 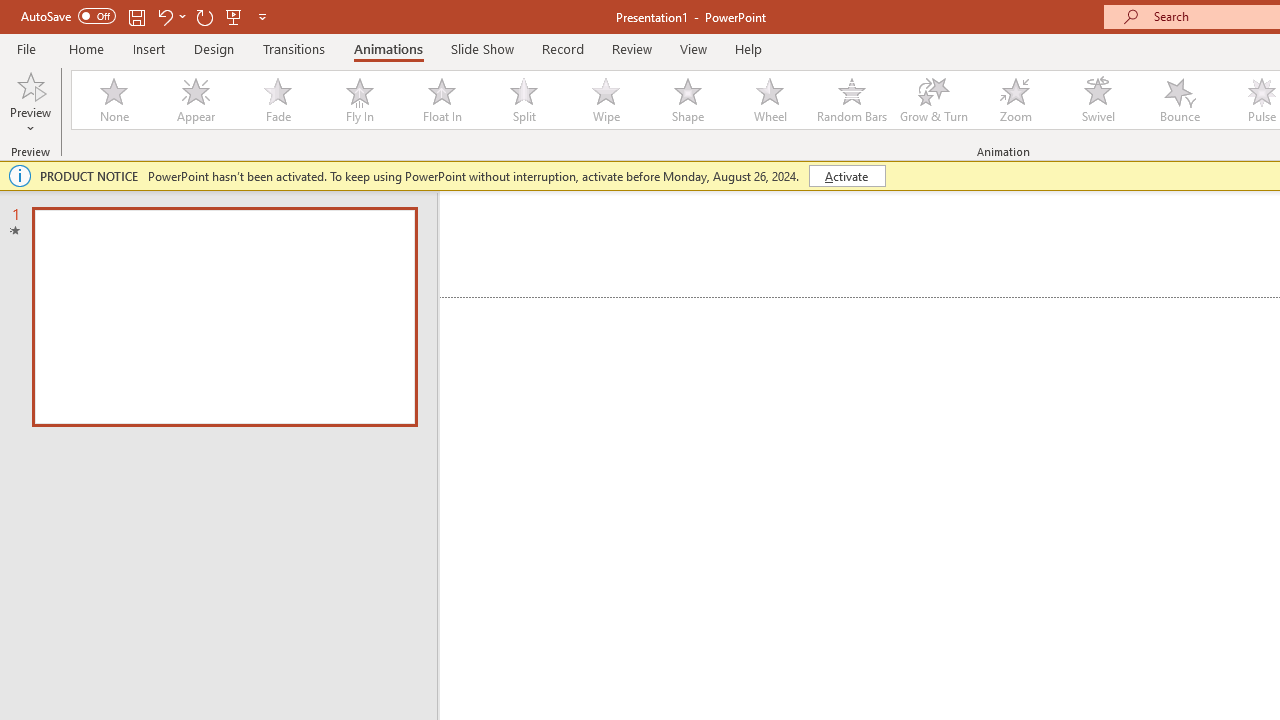 What do you see at coordinates (276, 100) in the screenshot?
I see `'Fade'` at bounding box center [276, 100].